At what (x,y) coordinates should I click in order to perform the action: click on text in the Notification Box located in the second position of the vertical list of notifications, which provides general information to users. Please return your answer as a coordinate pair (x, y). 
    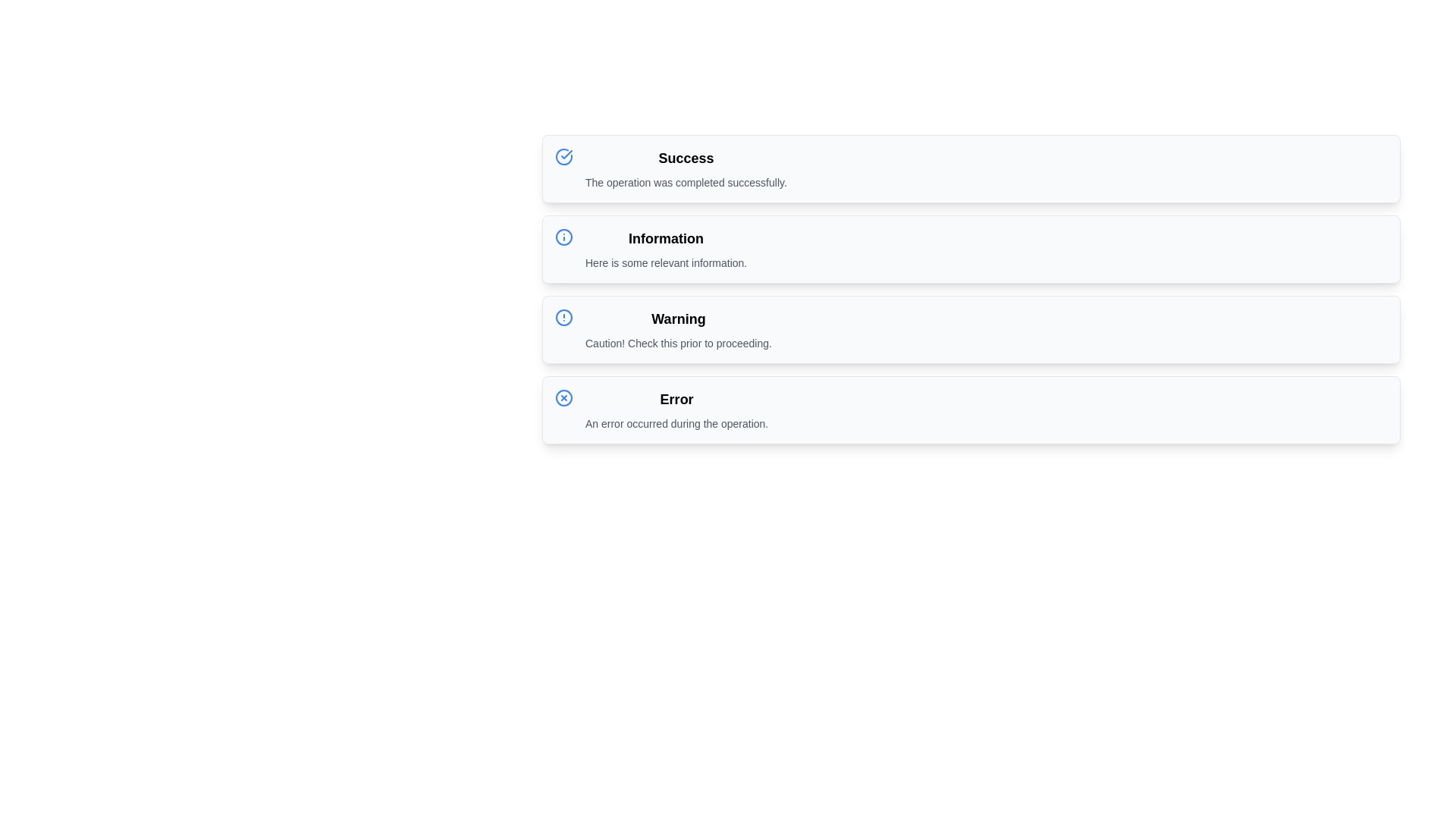
    Looking at the image, I should click on (666, 248).